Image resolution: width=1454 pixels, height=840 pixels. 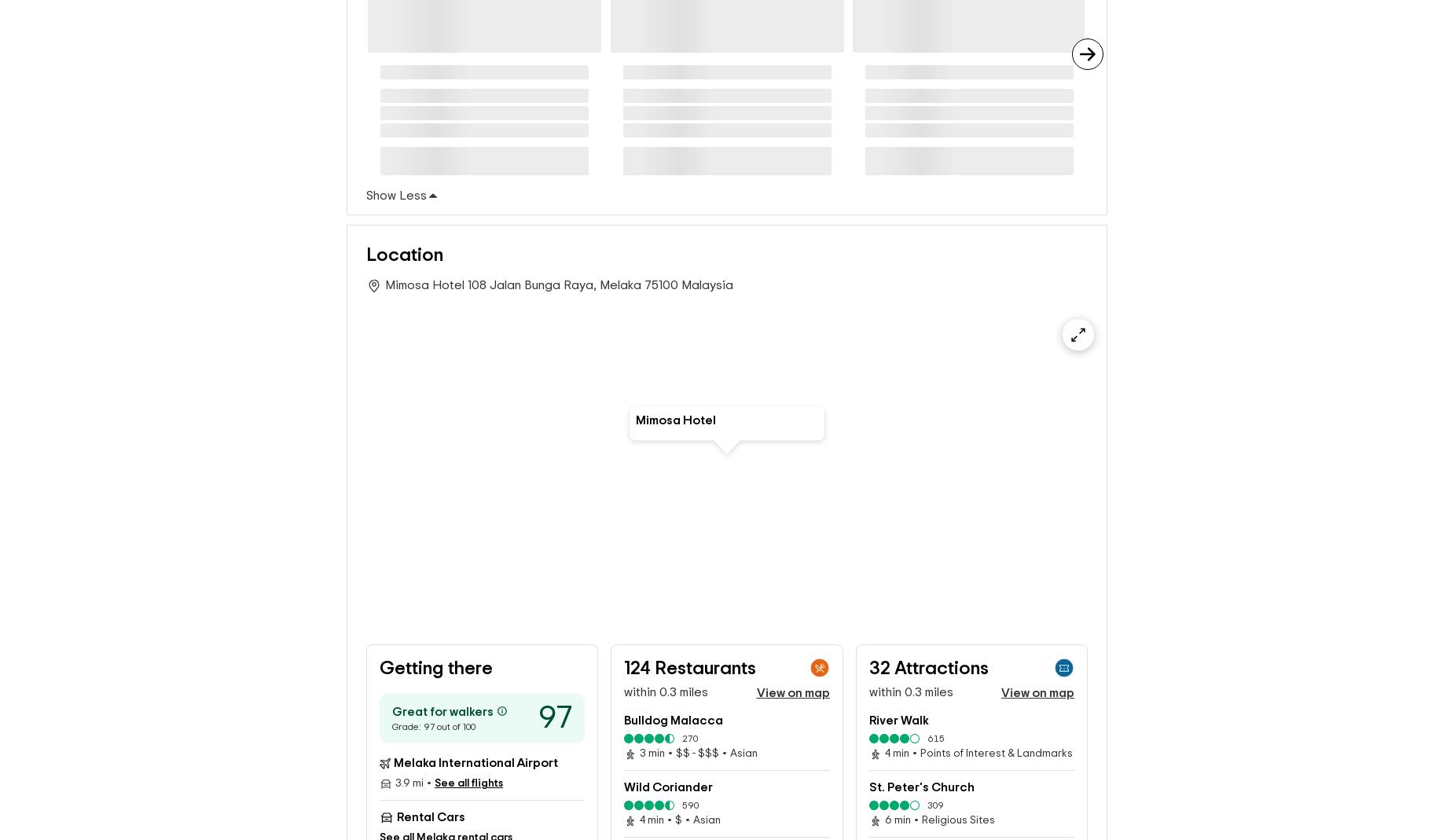 What do you see at coordinates (668, 787) in the screenshot?
I see `'Wild Coriander'` at bounding box center [668, 787].